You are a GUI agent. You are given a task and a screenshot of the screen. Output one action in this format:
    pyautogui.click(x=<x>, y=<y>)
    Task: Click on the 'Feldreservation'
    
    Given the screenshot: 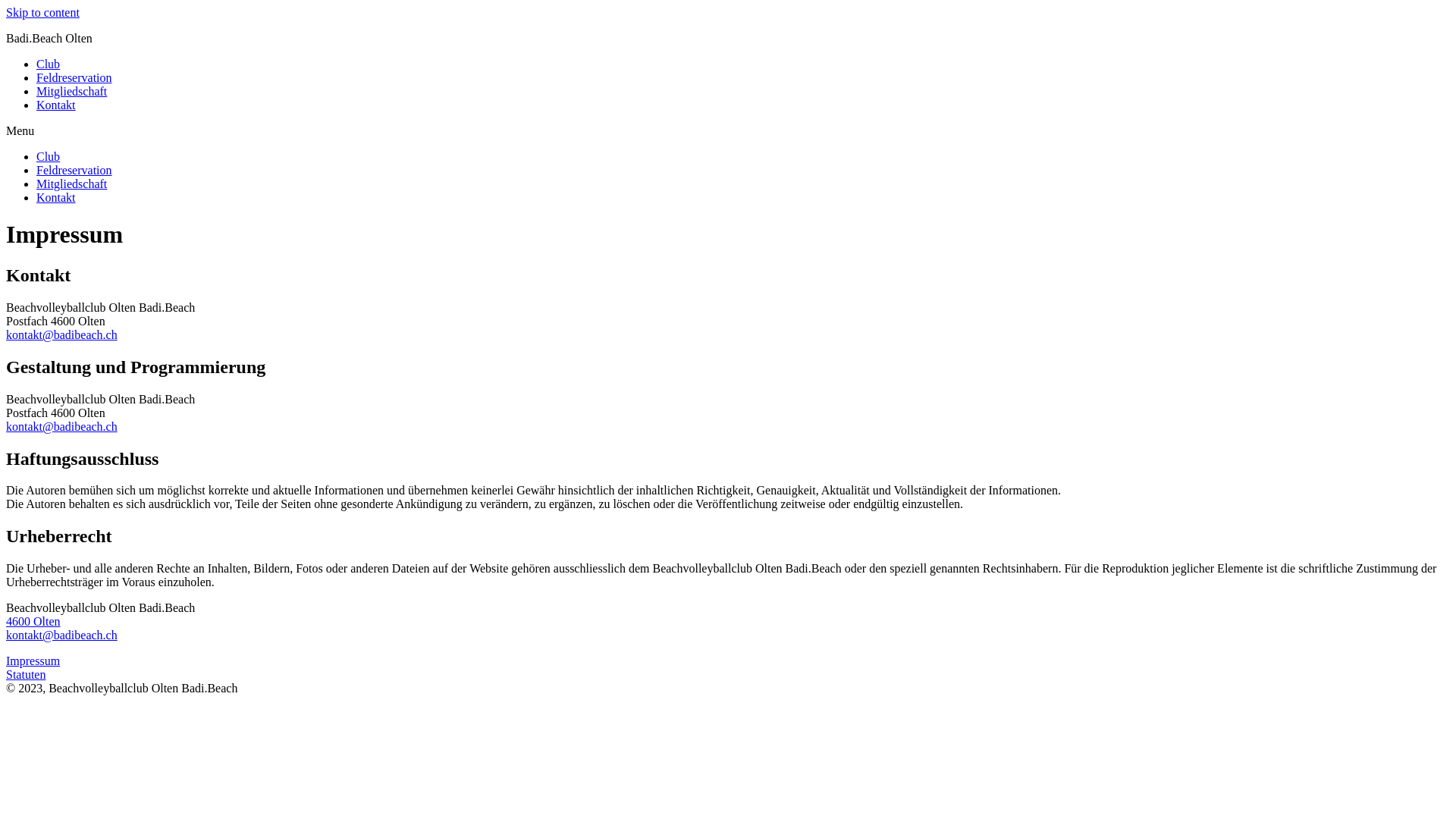 What is the action you would take?
    pyautogui.click(x=73, y=170)
    